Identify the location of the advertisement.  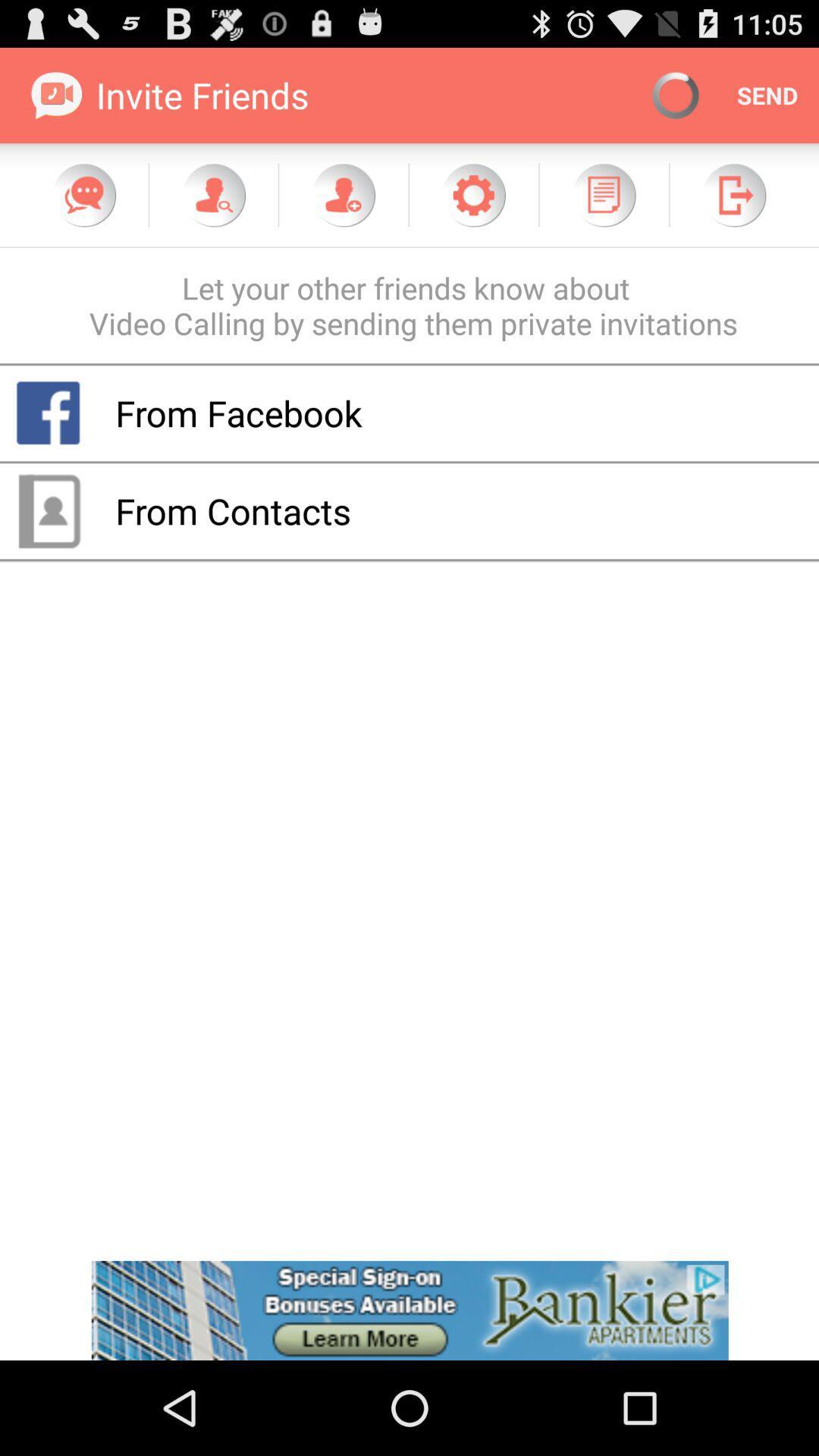
(409, 1310).